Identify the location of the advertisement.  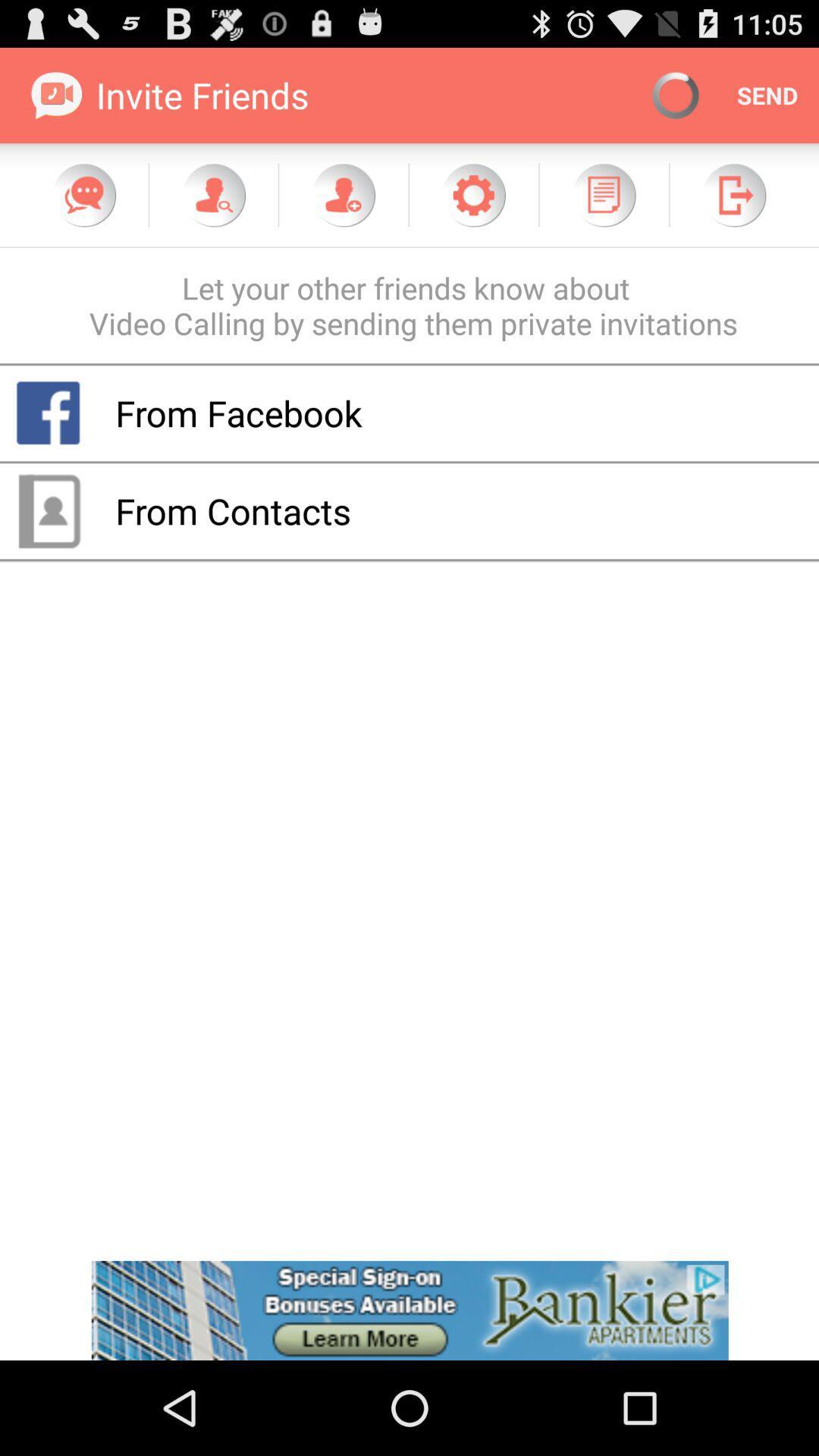
(409, 1310).